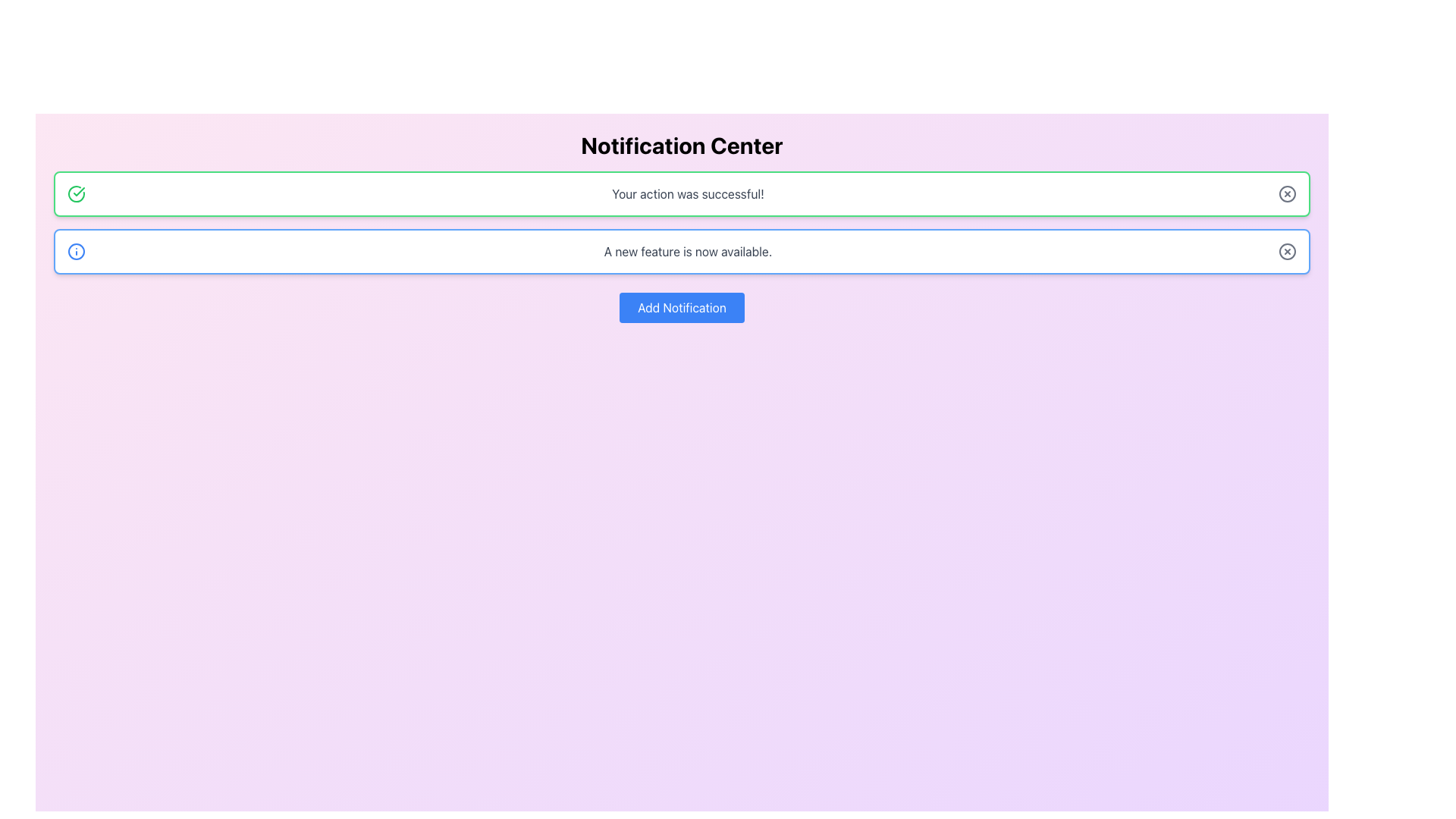 Image resolution: width=1456 pixels, height=819 pixels. I want to click on message displayed in the Notification Box that informs users about the new feature availability, so click(681, 250).